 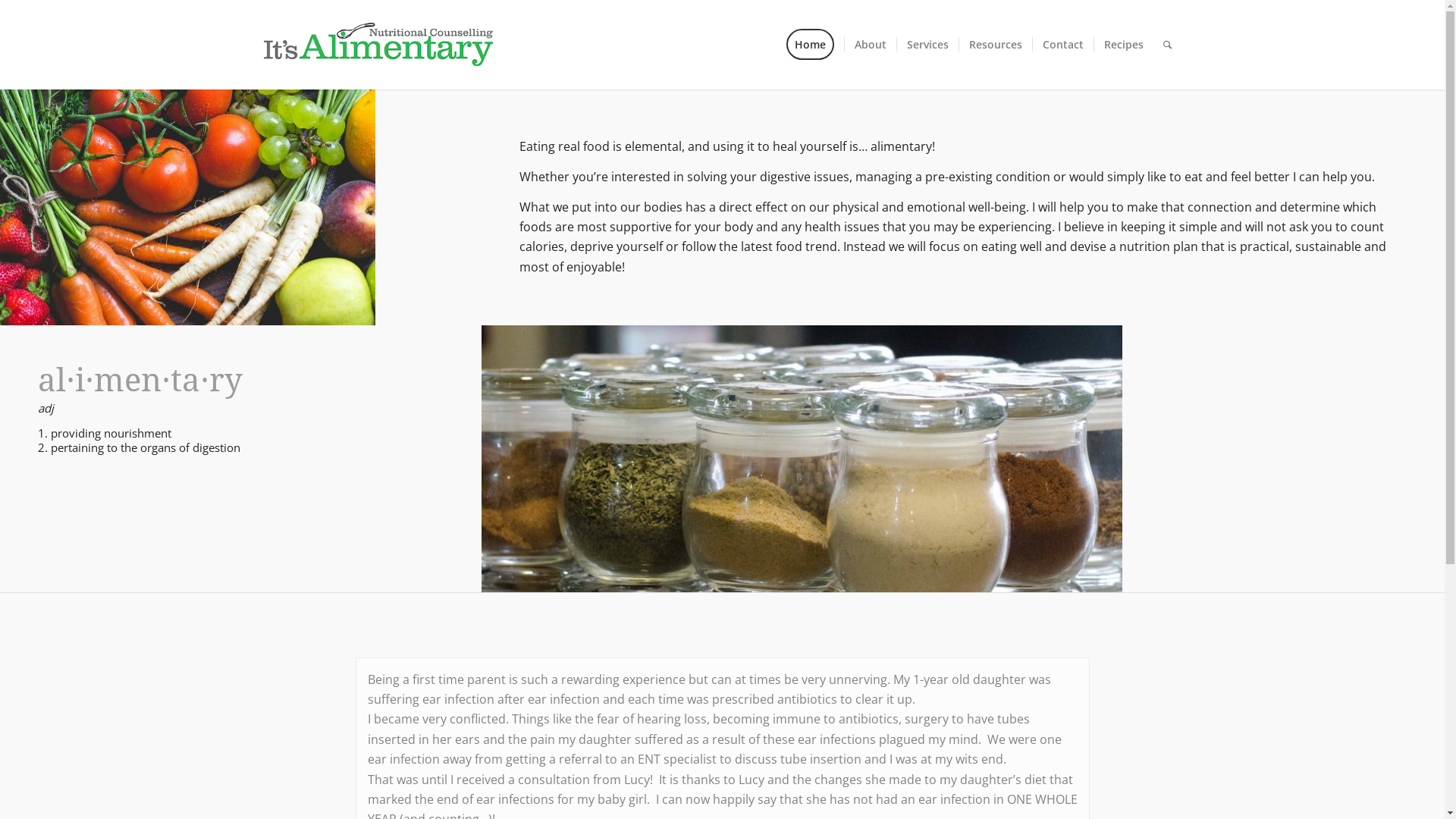 I want to click on 'Home', so click(x=814, y=43).